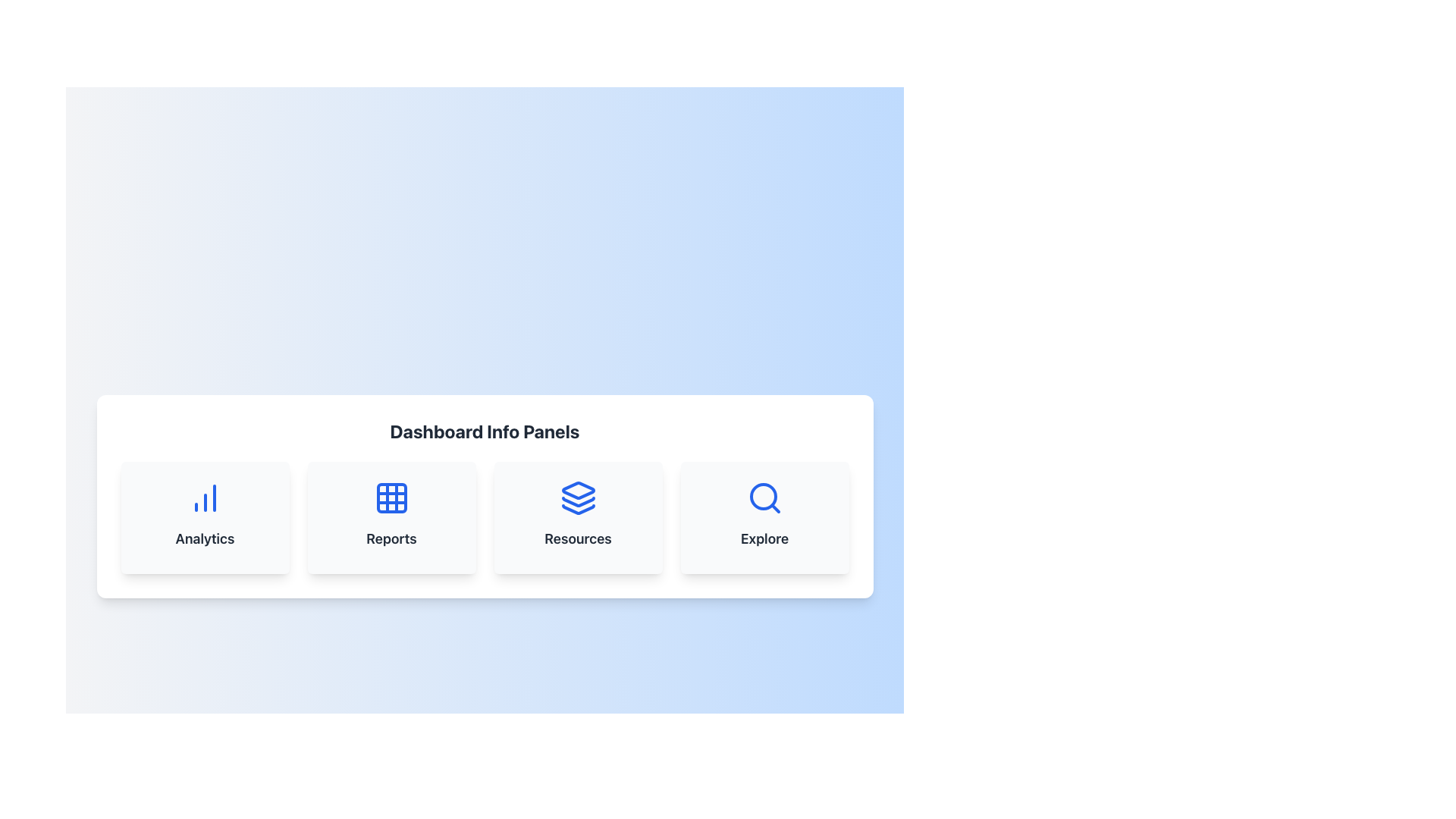 This screenshot has width=1456, height=819. Describe the element at coordinates (764, 516) in the screenshot. I see `the fourth card in the horizontal row, which features a blue magnifying glass icon and the text 'Explore'` at that location.